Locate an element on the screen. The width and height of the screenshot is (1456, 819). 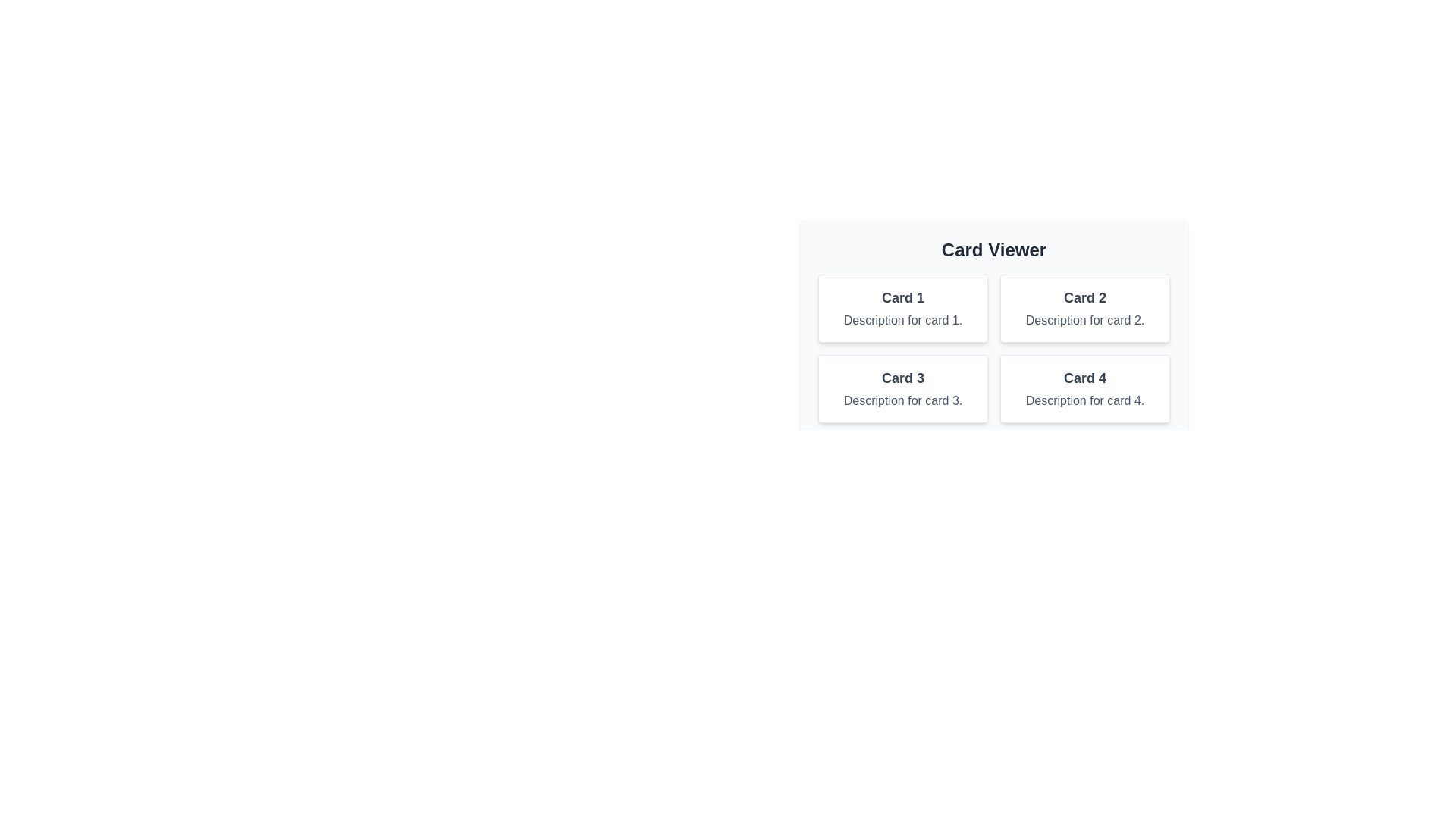
the title text inside the third card located at the bottom-left corner of a 2x2 grid of cards is located at coordinates (902, 377).